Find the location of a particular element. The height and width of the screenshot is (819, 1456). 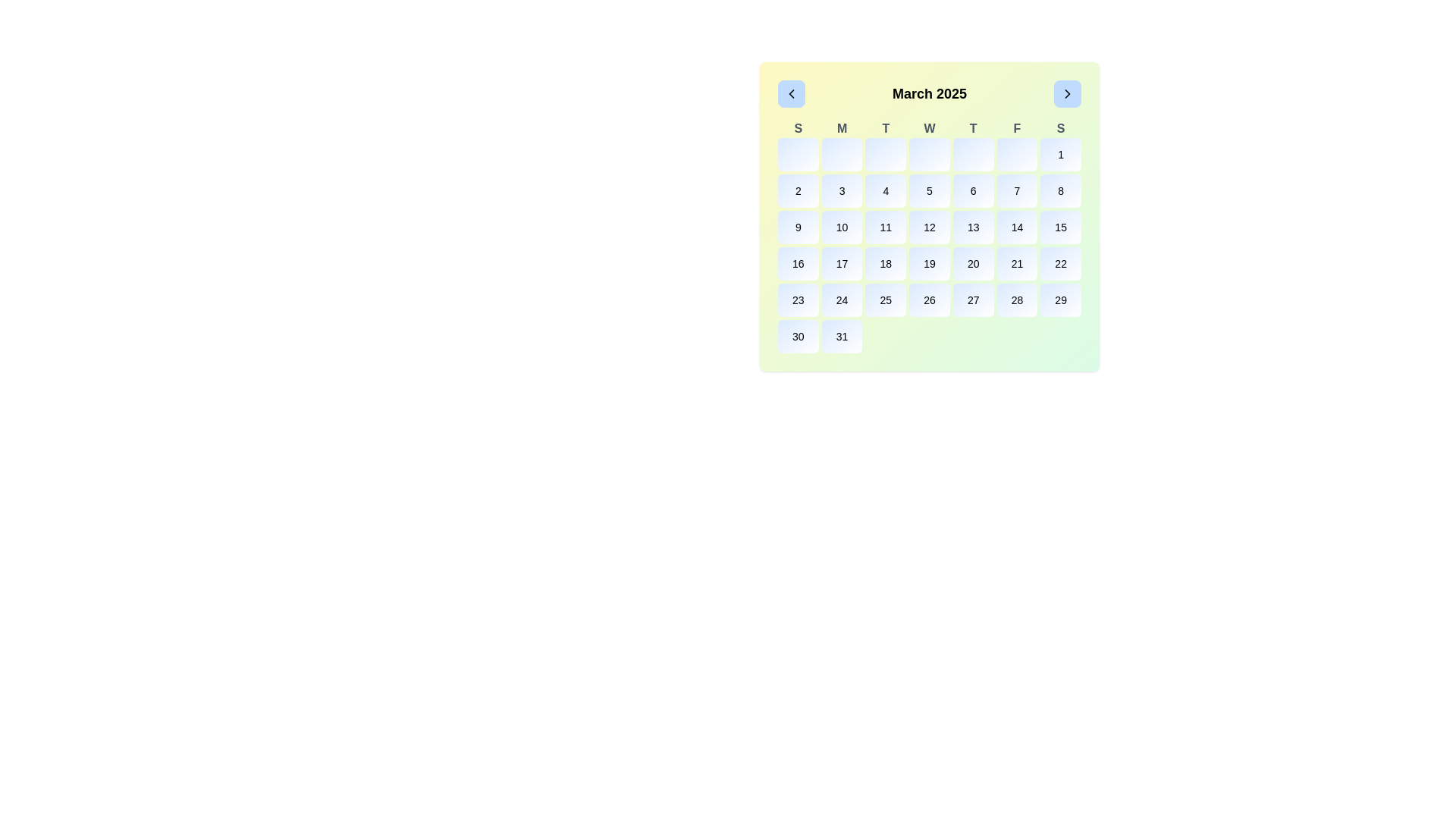

the label displaying the letter 'S', which is the seventh element in a row of days of the week in a gray sans-serif font, located near the top of the calendar component is located at coordinates (1060, 127).